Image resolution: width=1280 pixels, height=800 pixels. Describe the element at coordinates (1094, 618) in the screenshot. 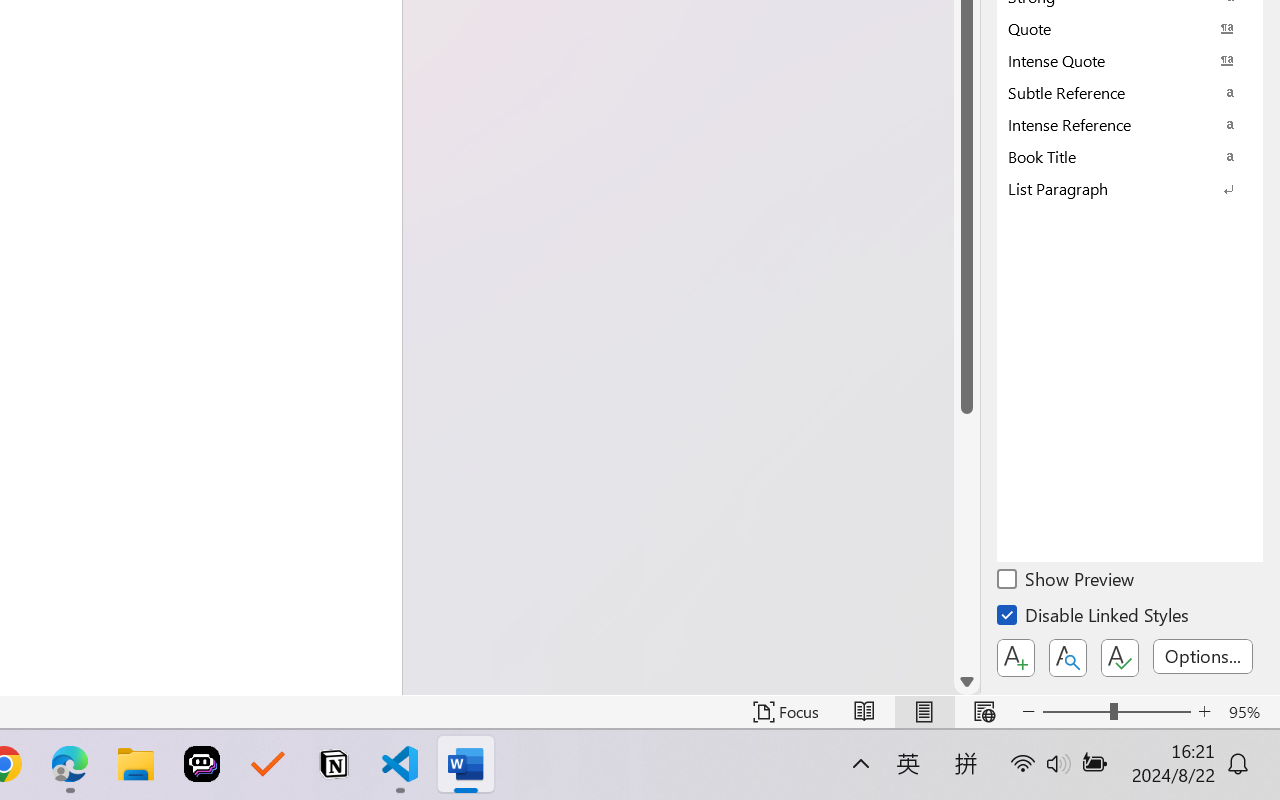

I see `'Disable Linked Styles'` at that location.